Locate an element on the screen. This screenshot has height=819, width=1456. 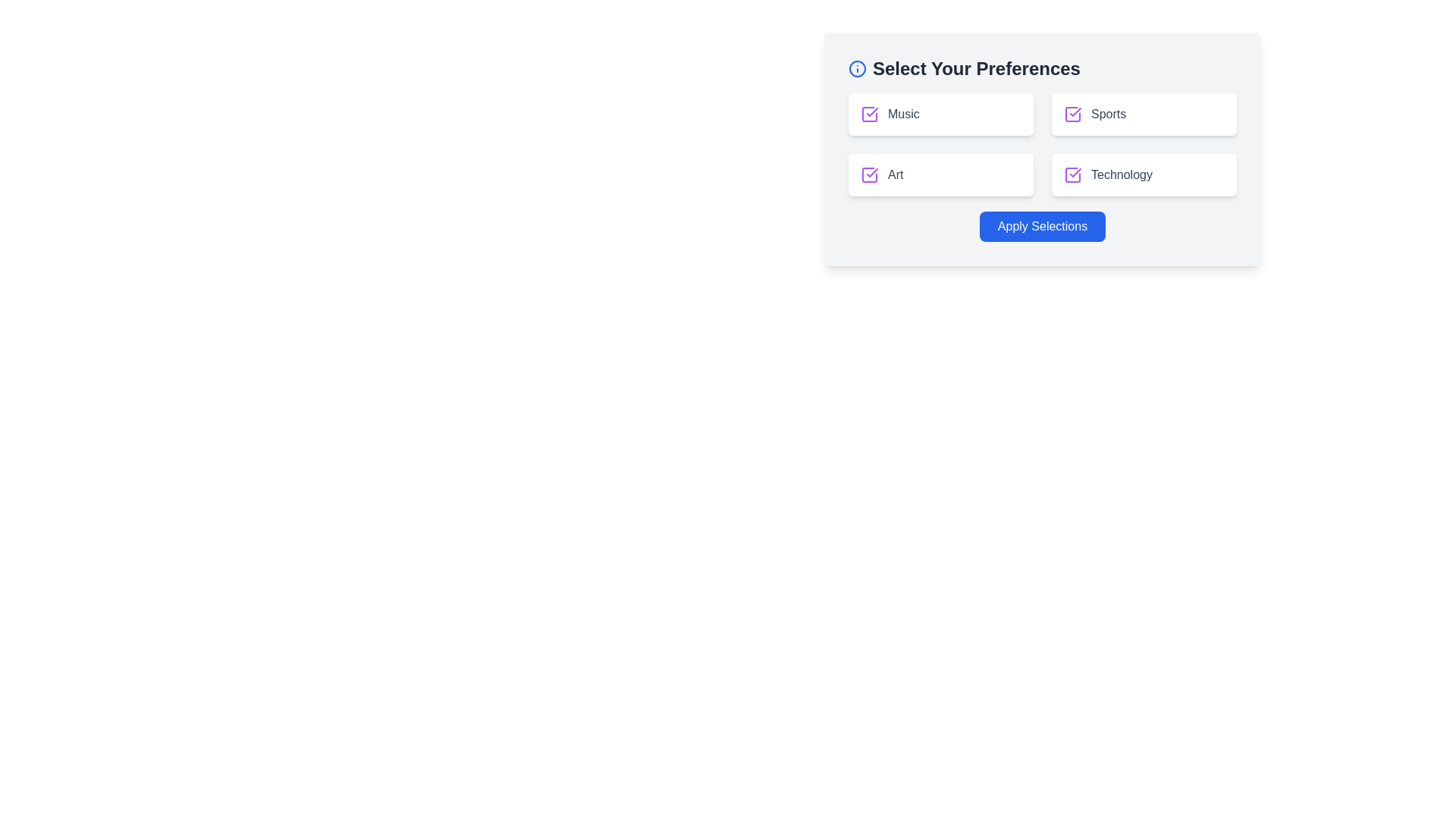
the 'Sports' label which is styled in medium gray and positioned next to the purple checkbox with a checkmark icon, located within the 'Select Your Preferences' card is located at coordinates (1144, 113).